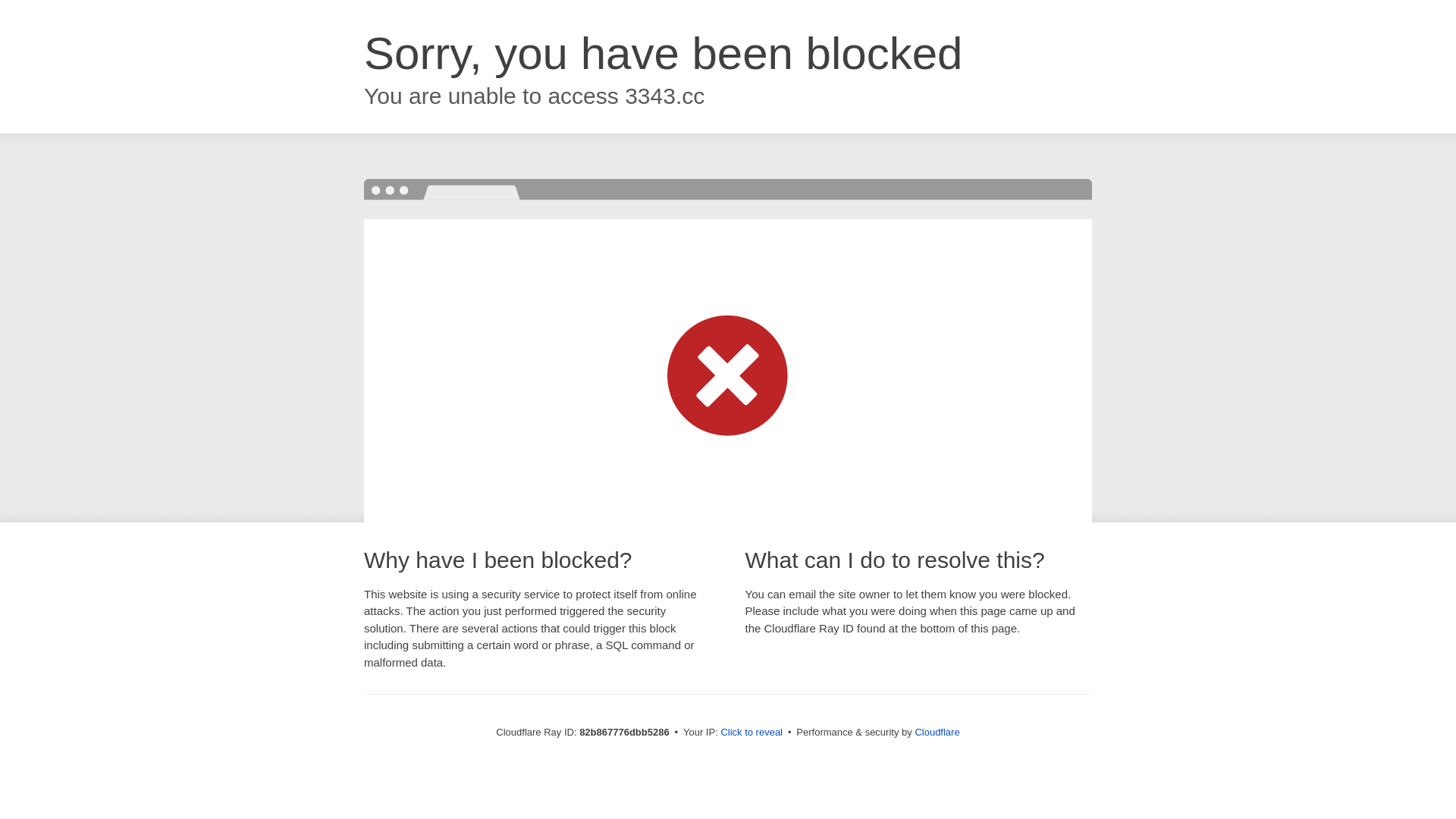 The width and height of the screenshot is (1456, 819). I want to click on 'Cloudflare', so click(936, 731).